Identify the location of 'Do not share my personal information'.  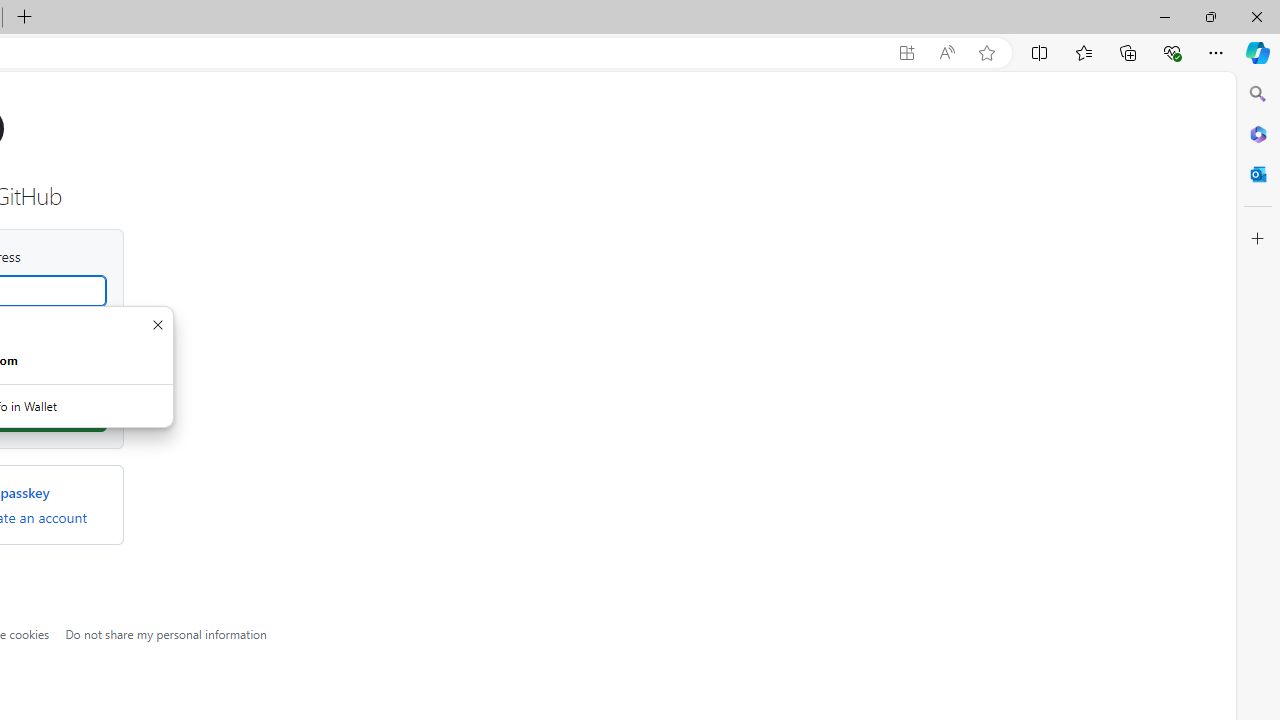
(166, 633).